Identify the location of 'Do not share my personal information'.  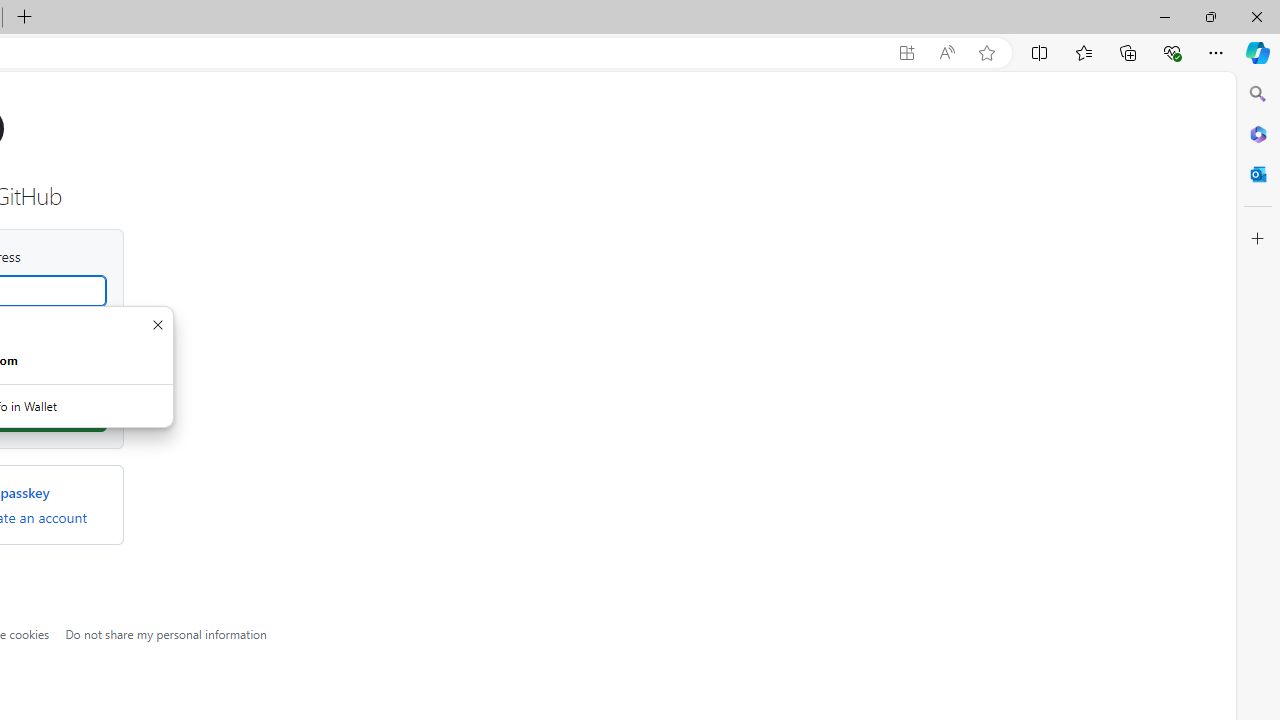
(166, 633).